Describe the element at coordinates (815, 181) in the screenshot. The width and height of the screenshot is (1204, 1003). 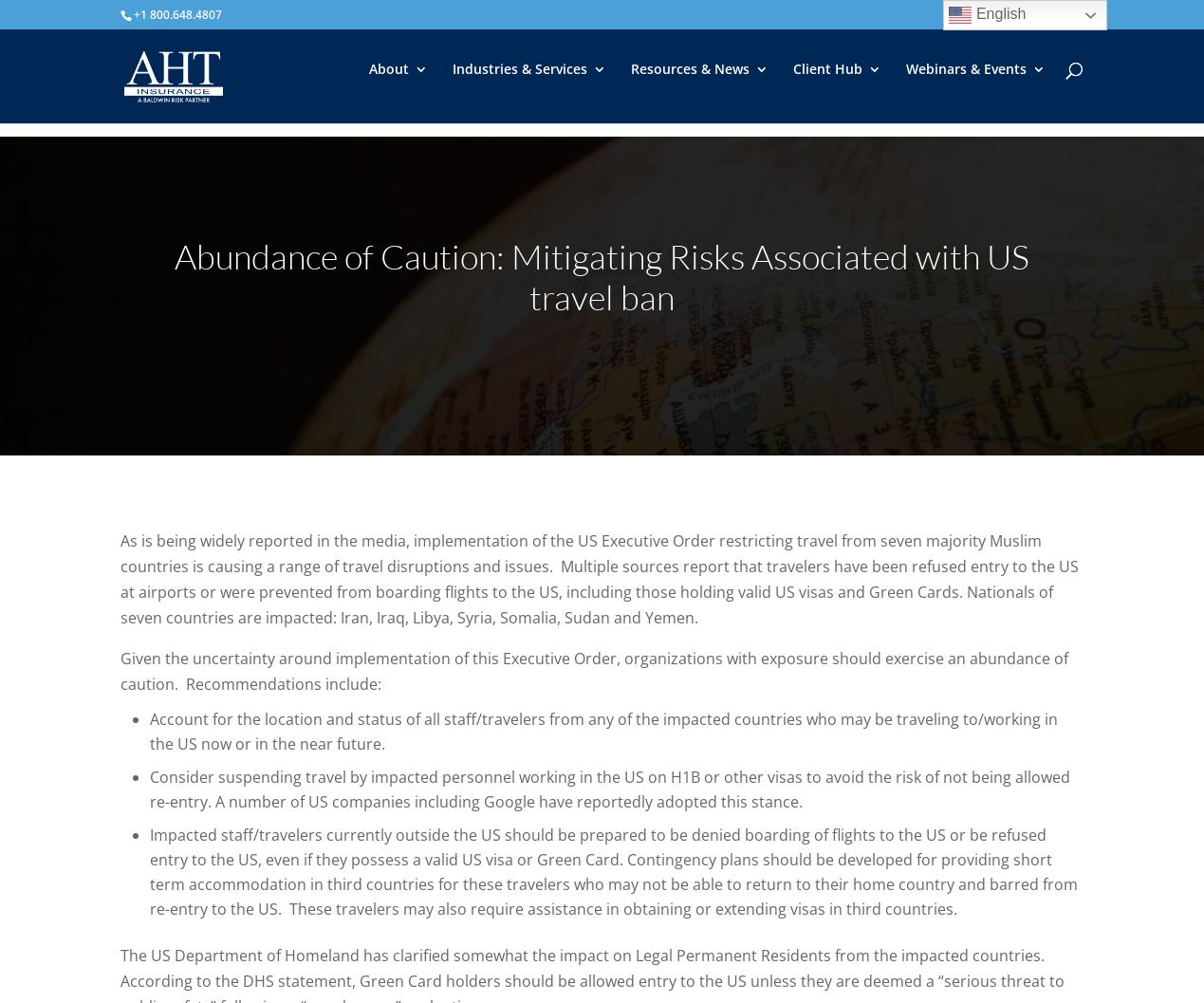
I see `'Partnerships'` at that location.